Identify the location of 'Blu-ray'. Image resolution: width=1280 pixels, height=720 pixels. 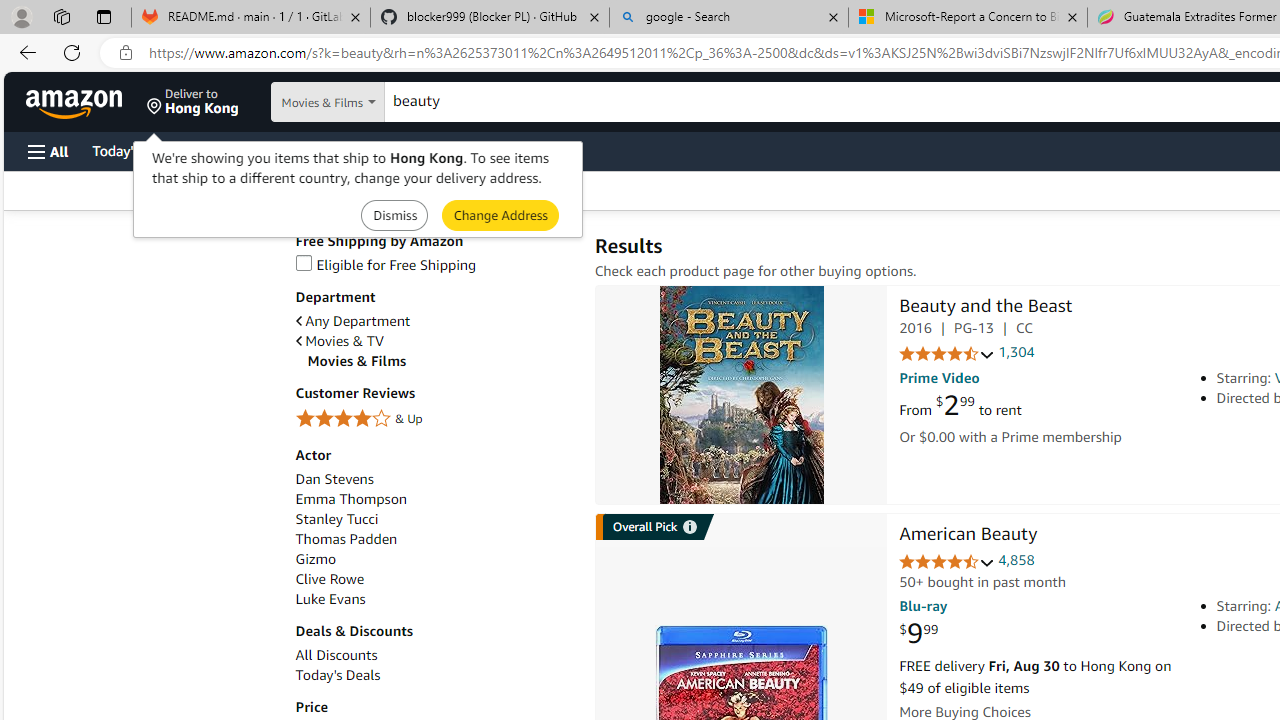
(922, 605).